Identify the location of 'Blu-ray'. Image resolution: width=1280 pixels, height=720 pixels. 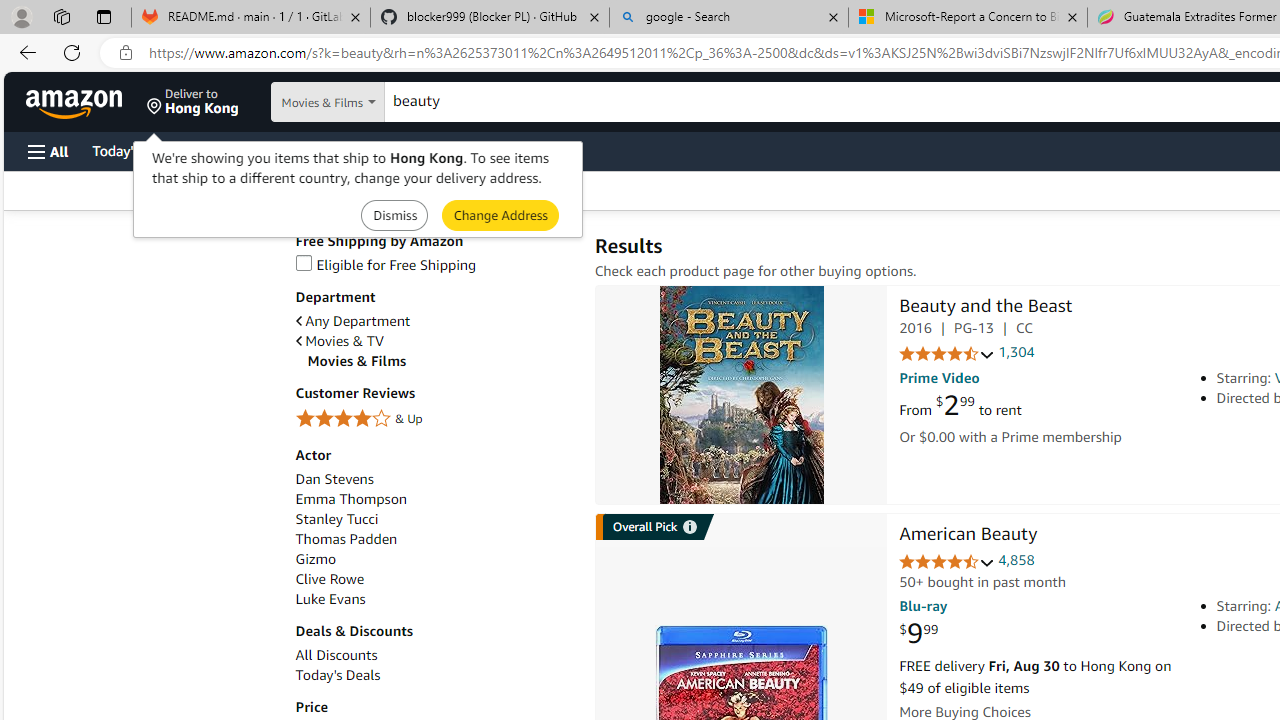
(922, 605).